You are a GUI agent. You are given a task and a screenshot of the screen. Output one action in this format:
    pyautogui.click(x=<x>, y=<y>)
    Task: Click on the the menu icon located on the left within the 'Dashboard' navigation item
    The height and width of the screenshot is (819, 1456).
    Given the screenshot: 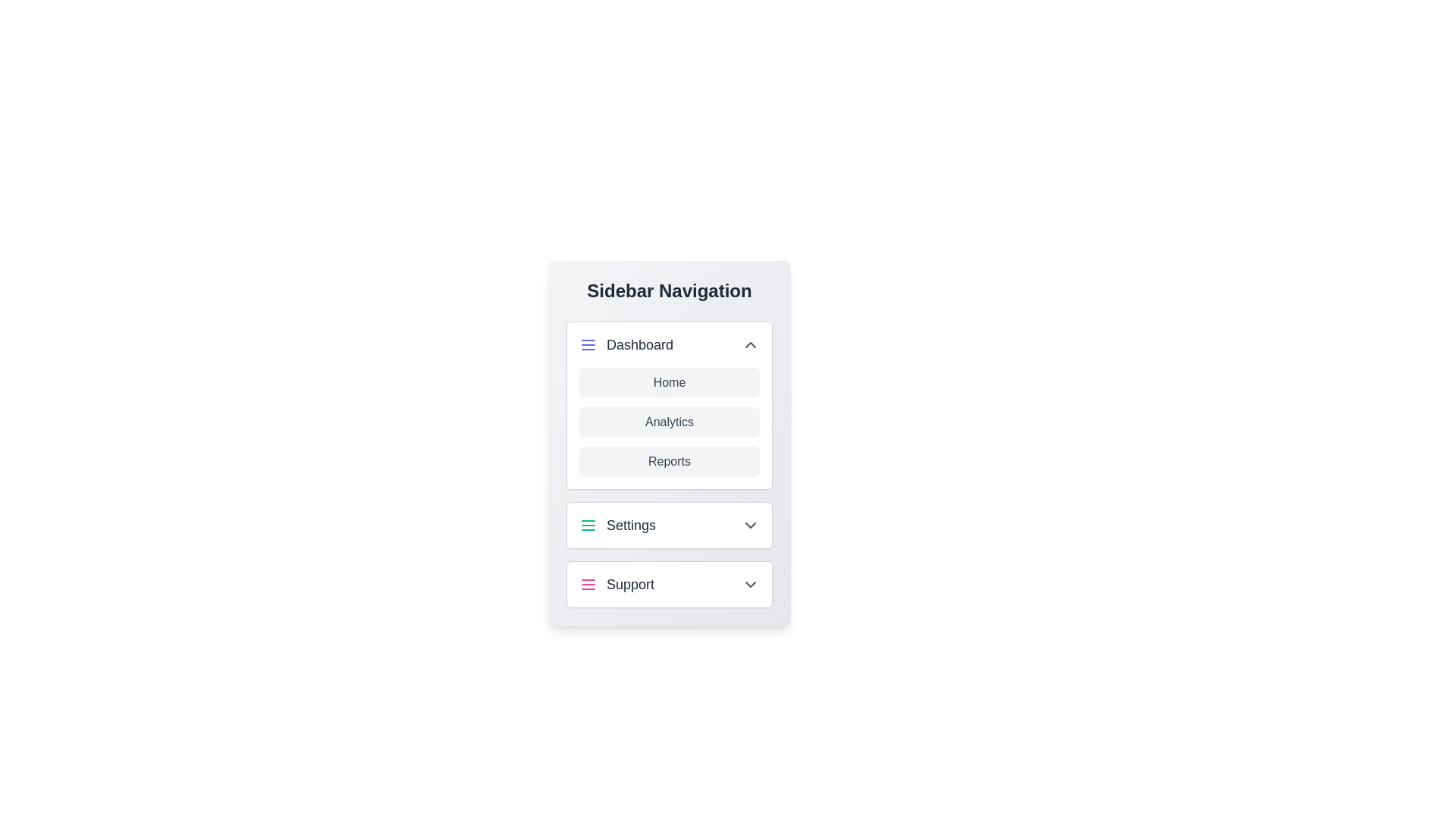 What is the action you would take?
    pyautogui.click(x=588, y=345)
    